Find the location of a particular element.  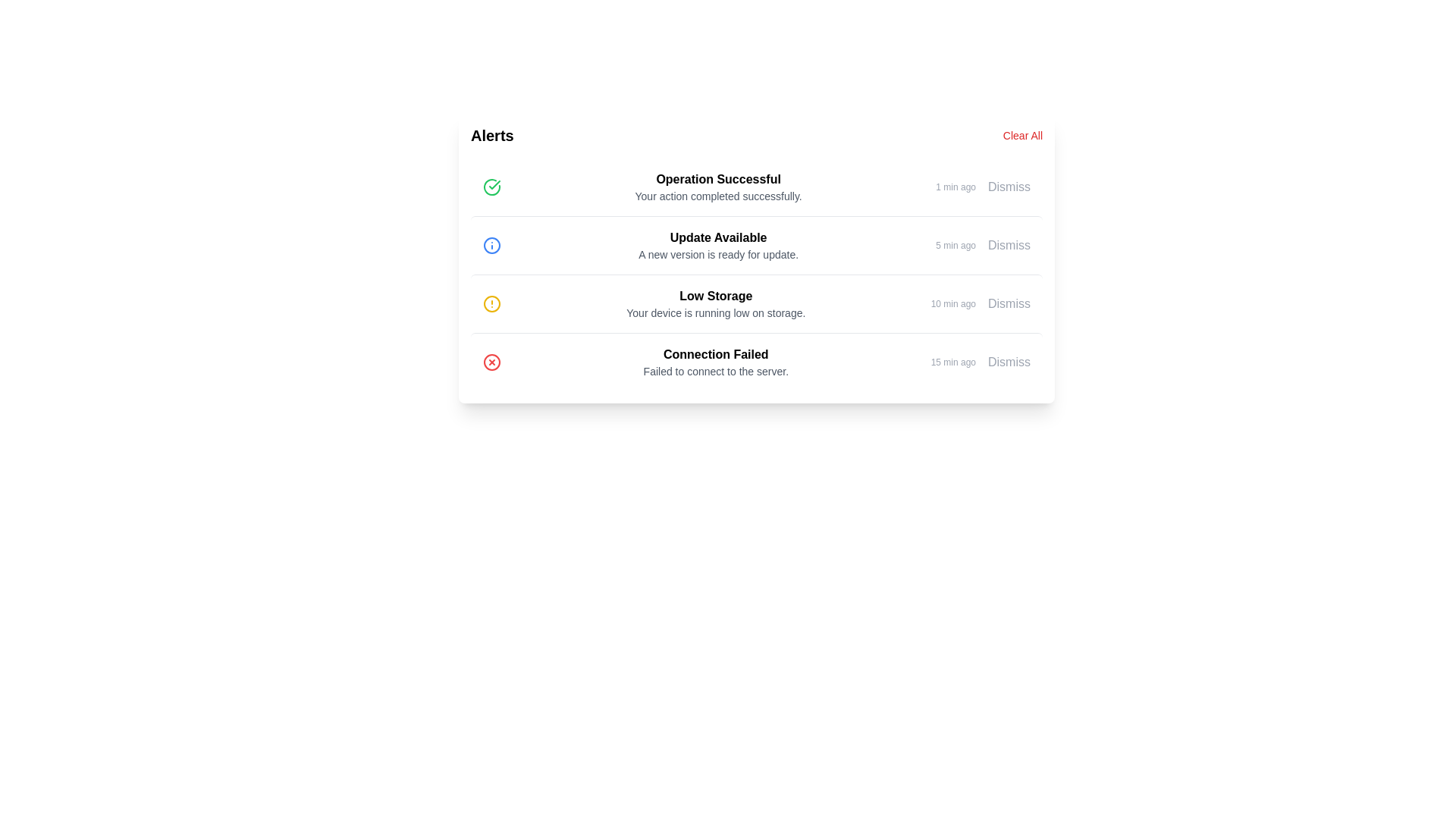

the 'Low Storage' notification icon is located at coordinates (491, 304).